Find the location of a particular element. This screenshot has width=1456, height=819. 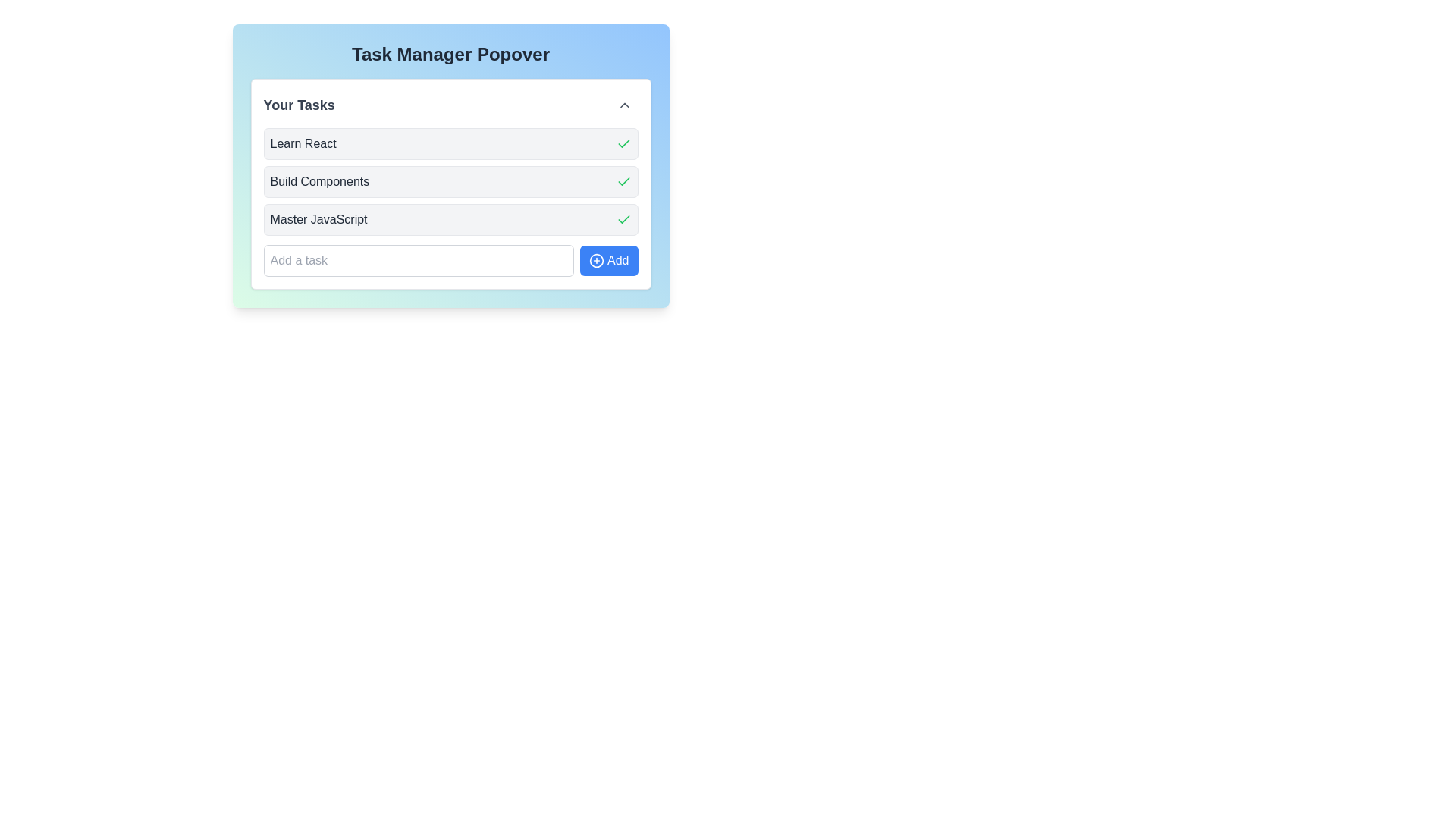

the text label displaying 'Learn React', which is styled in a simple sans-serif font and located under the 'Your Tasks' heading in the tasks section is located at coordinates (303, 143).